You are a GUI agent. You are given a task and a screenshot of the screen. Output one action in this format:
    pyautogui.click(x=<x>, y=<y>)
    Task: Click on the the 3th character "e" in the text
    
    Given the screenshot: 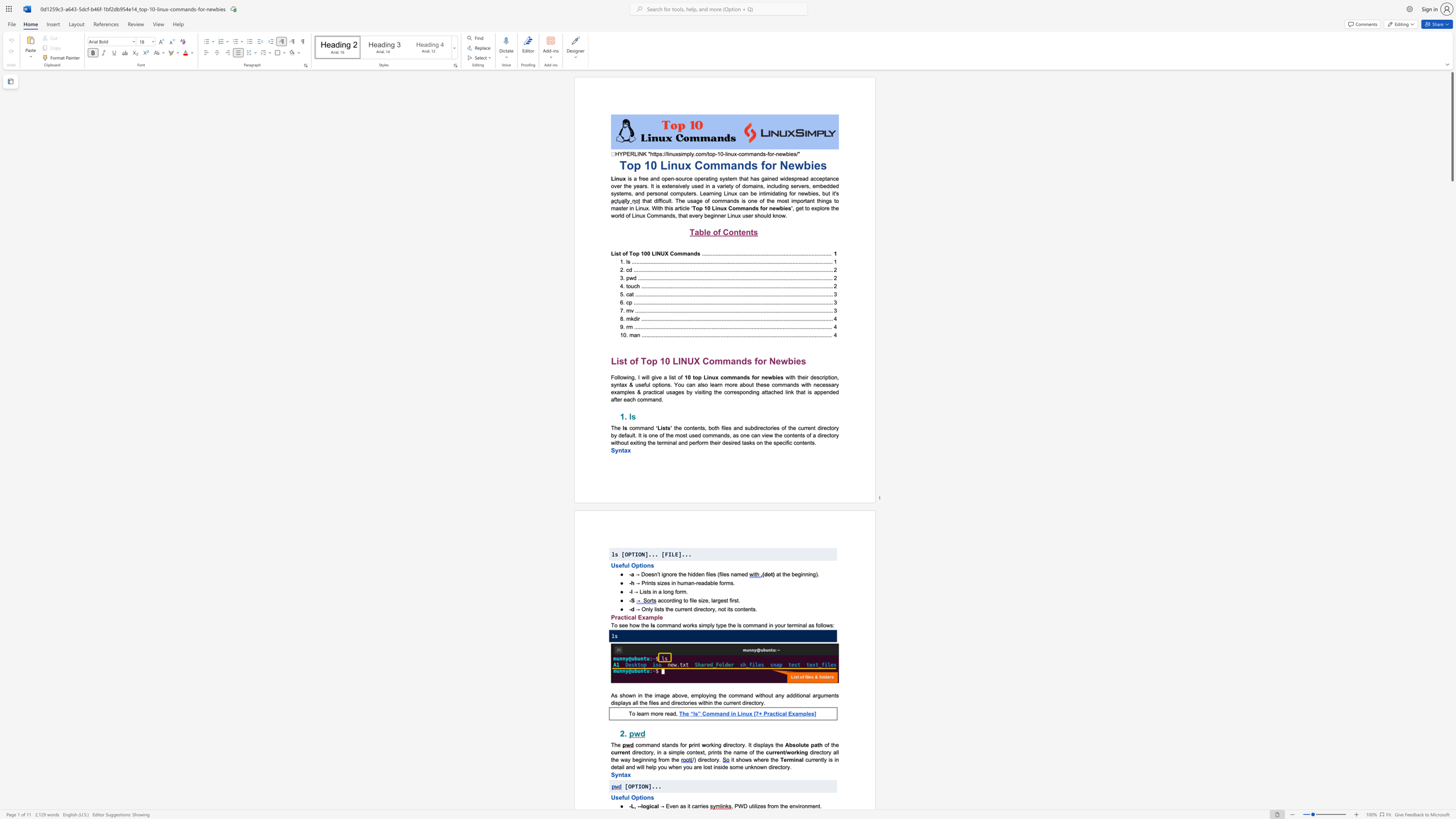 What is the action you would take?
    pyautogui.click(x=701, y=609)
    